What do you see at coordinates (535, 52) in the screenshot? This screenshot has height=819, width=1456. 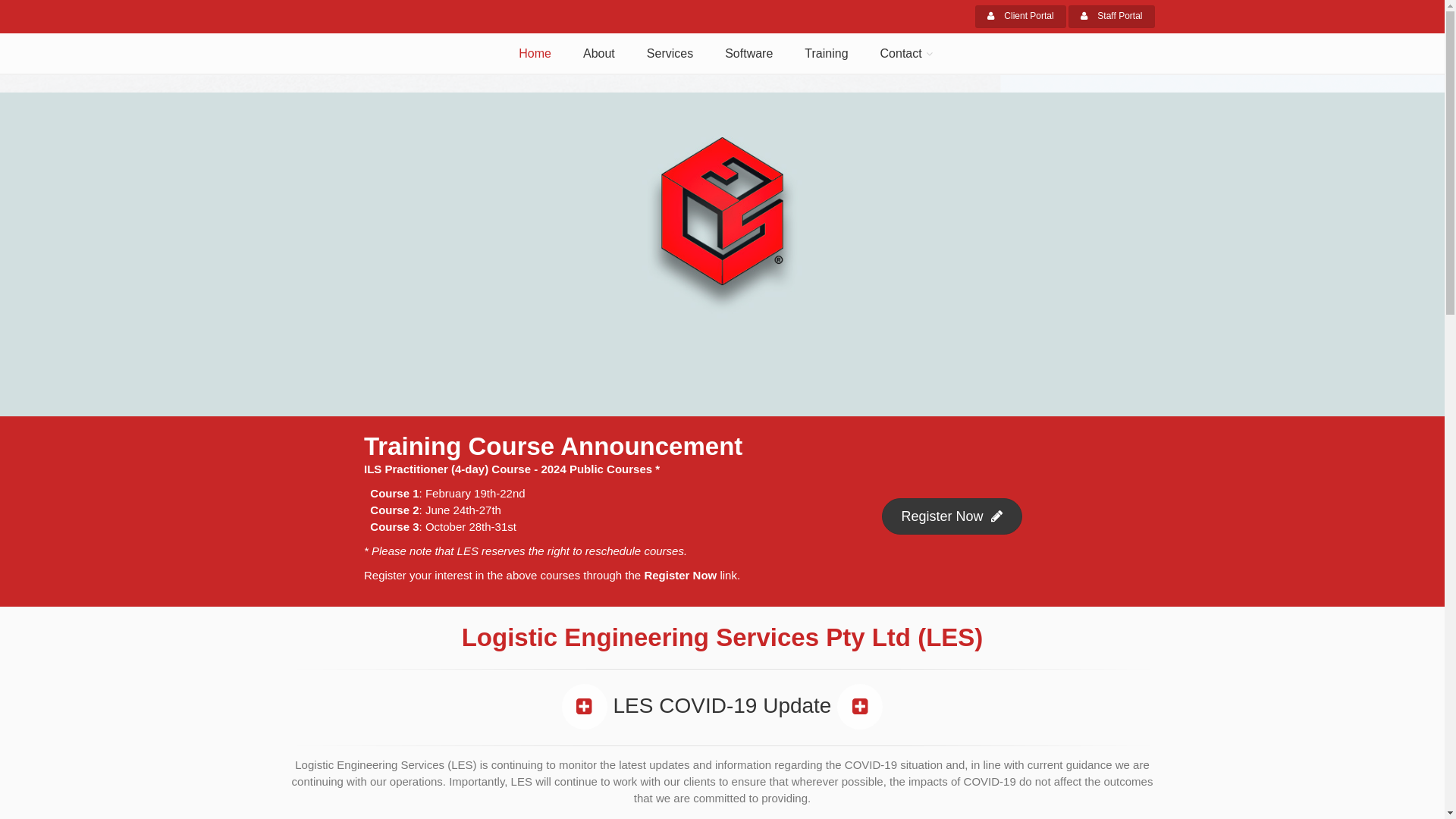 I see `'Home'` at bounding box center [535, 52].